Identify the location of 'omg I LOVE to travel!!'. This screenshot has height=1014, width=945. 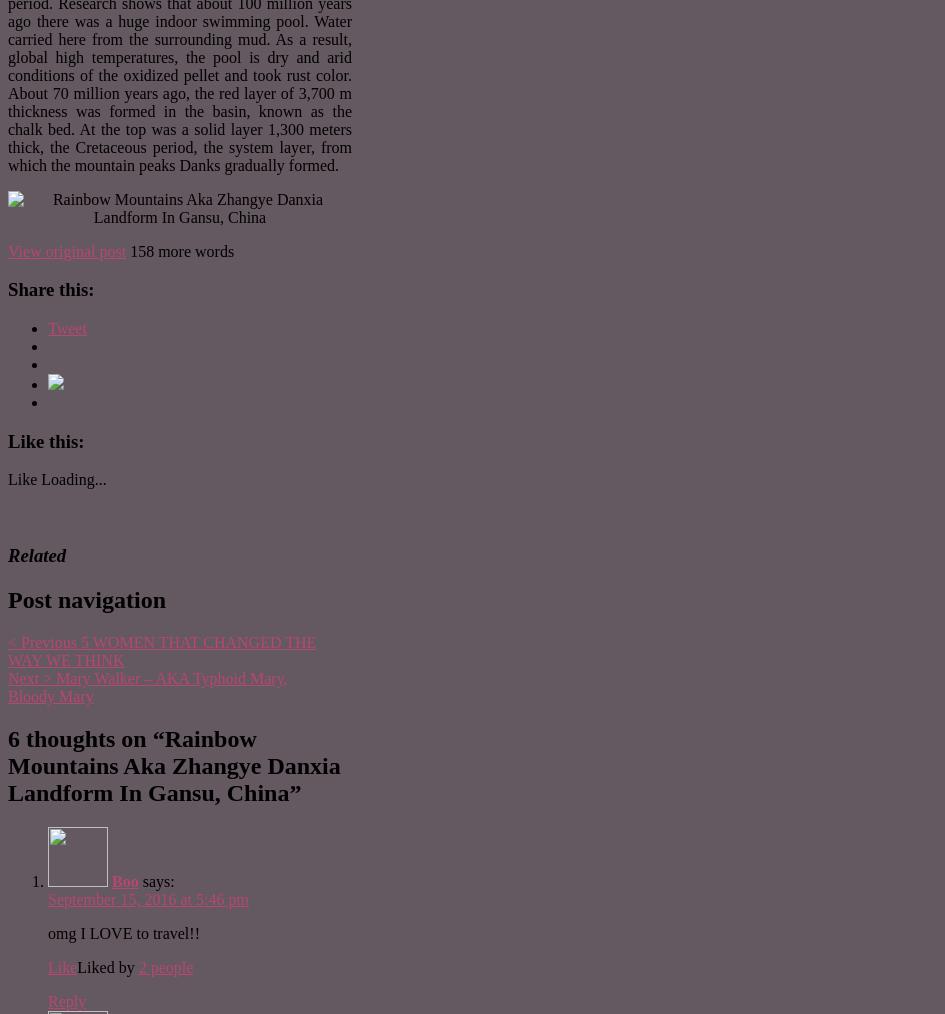
(122, 932).